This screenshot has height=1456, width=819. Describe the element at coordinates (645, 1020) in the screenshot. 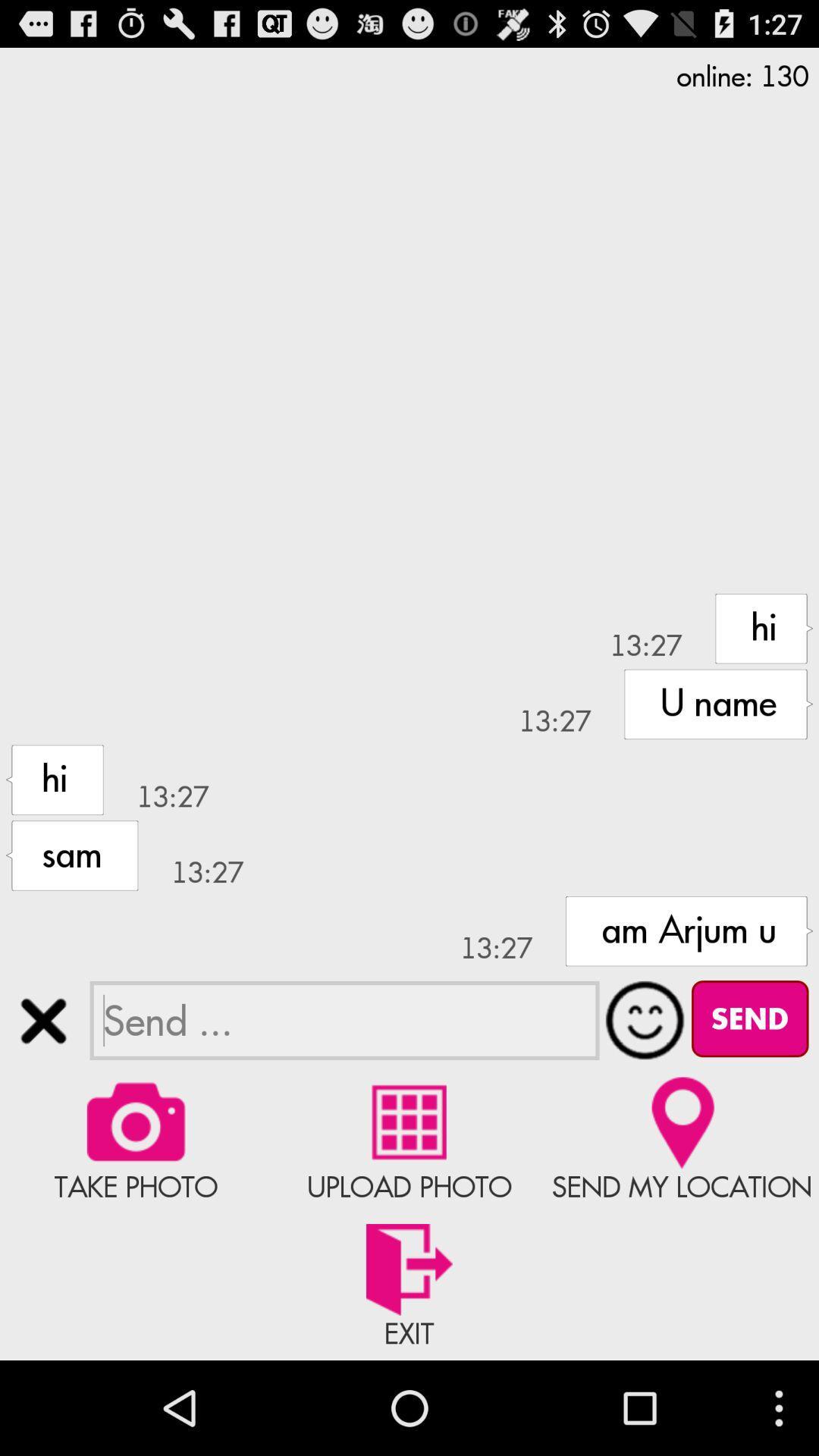

I see `expand emoji menu` at that location.